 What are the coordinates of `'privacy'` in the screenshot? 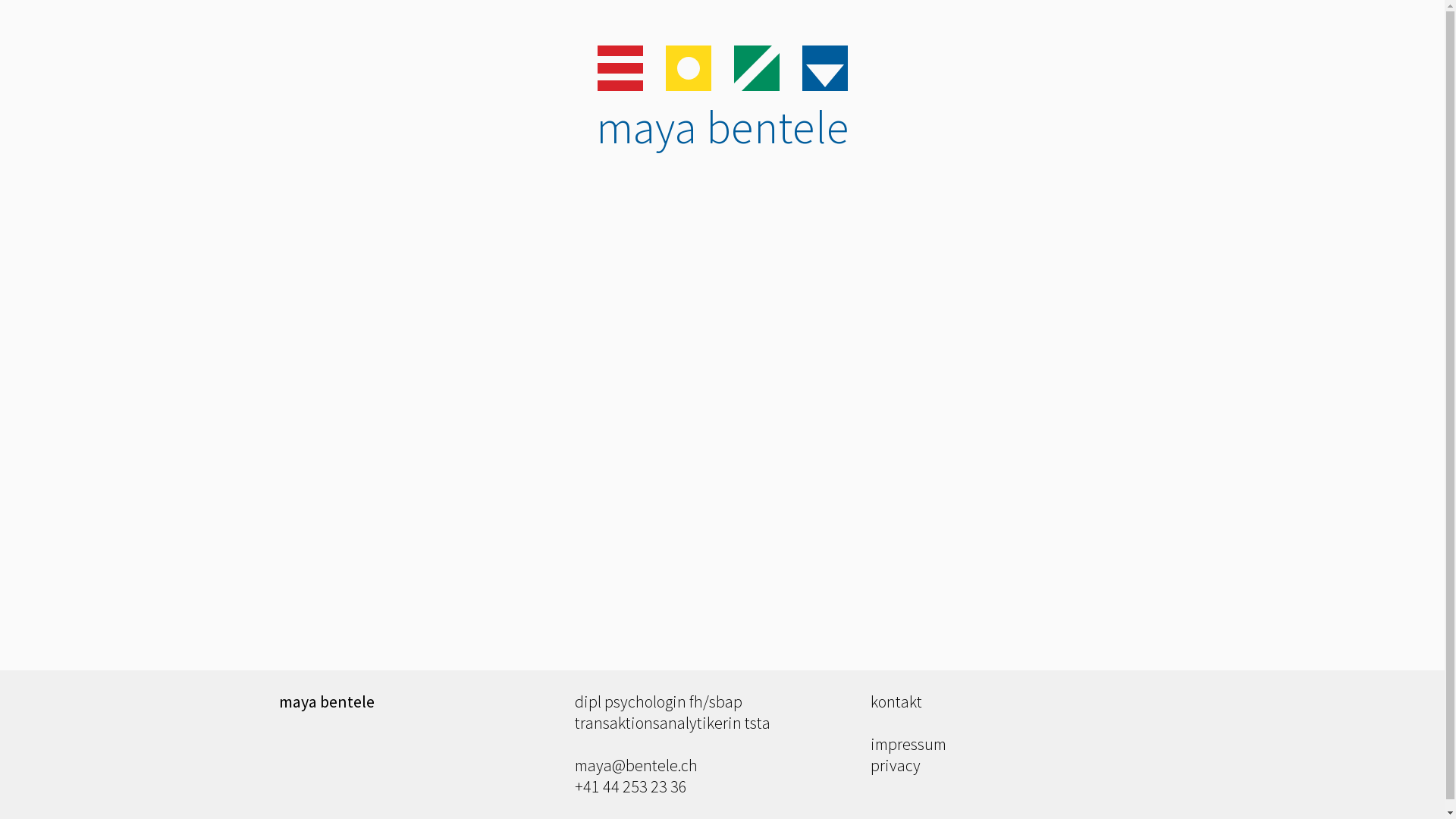 It's located at (870, 765).